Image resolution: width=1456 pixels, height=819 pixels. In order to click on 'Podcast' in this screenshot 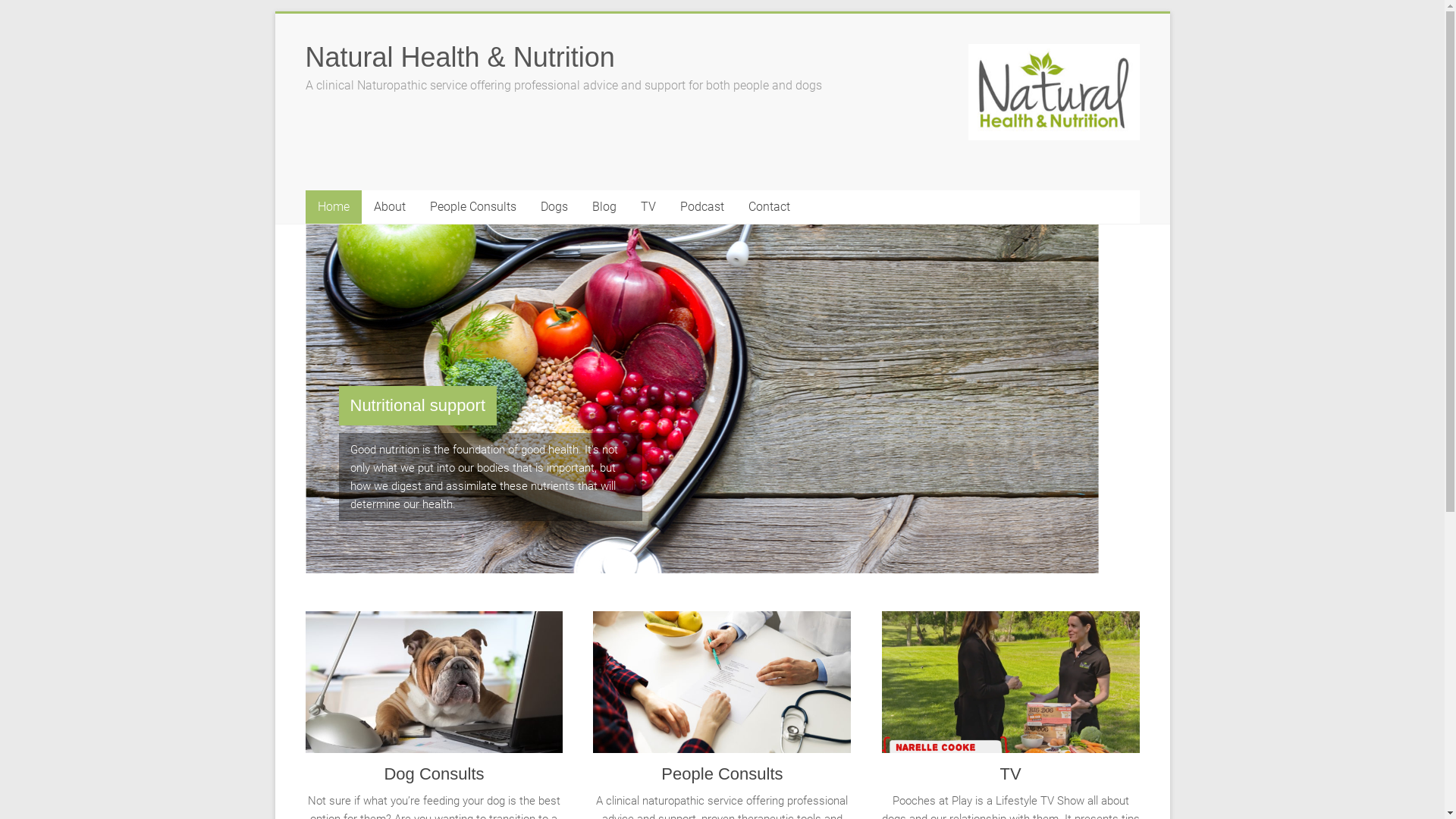, I will do `click(701, 207)`.